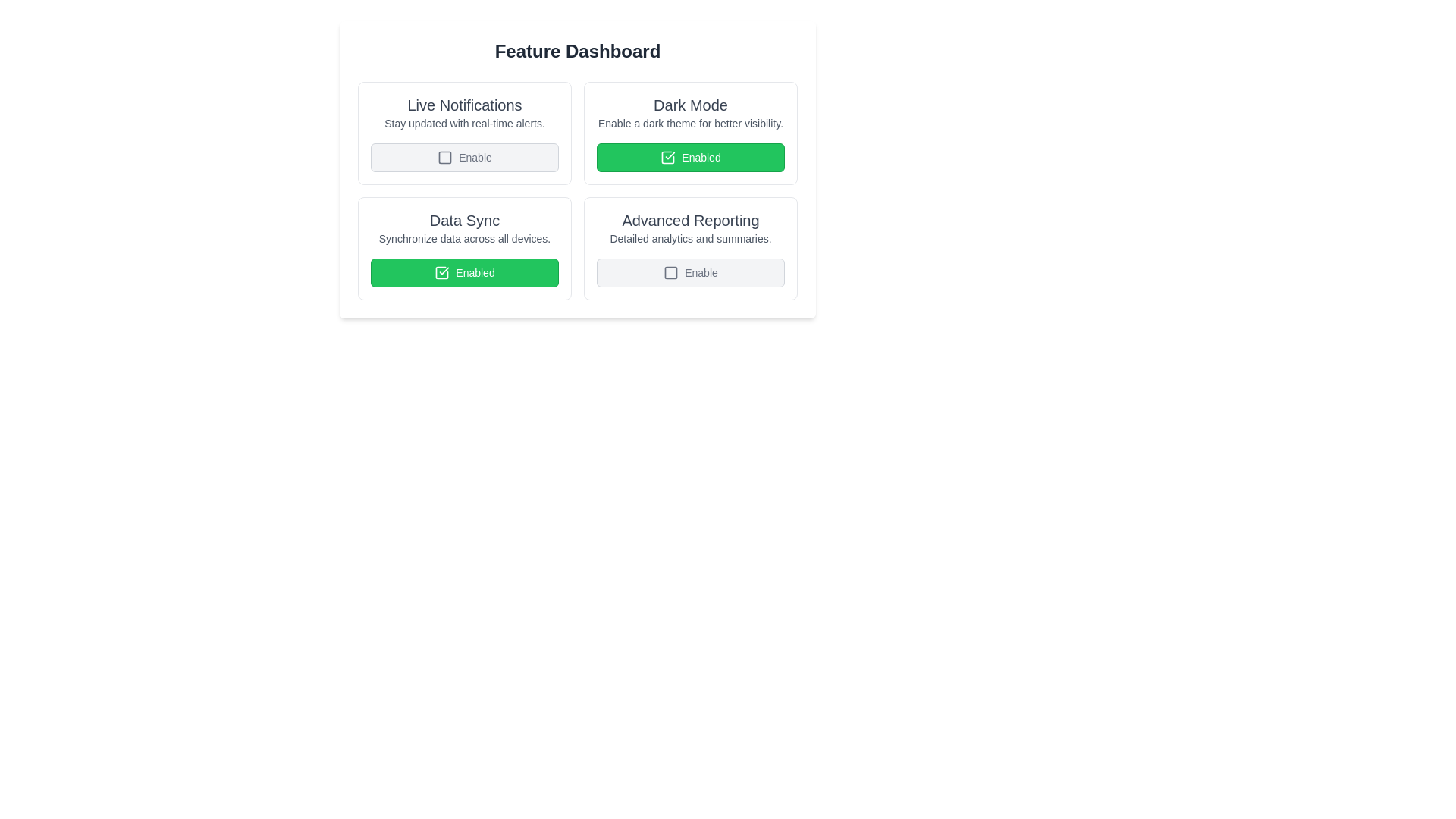 Image resolution: width=1456 pixels, height=819 pixels. Describe the element at coordinates (670, 271) in the screenshot. I see `the small square component with rounded corners located in the center of the 'Enable' button in the 'Advanced Reporting' section` at that location.